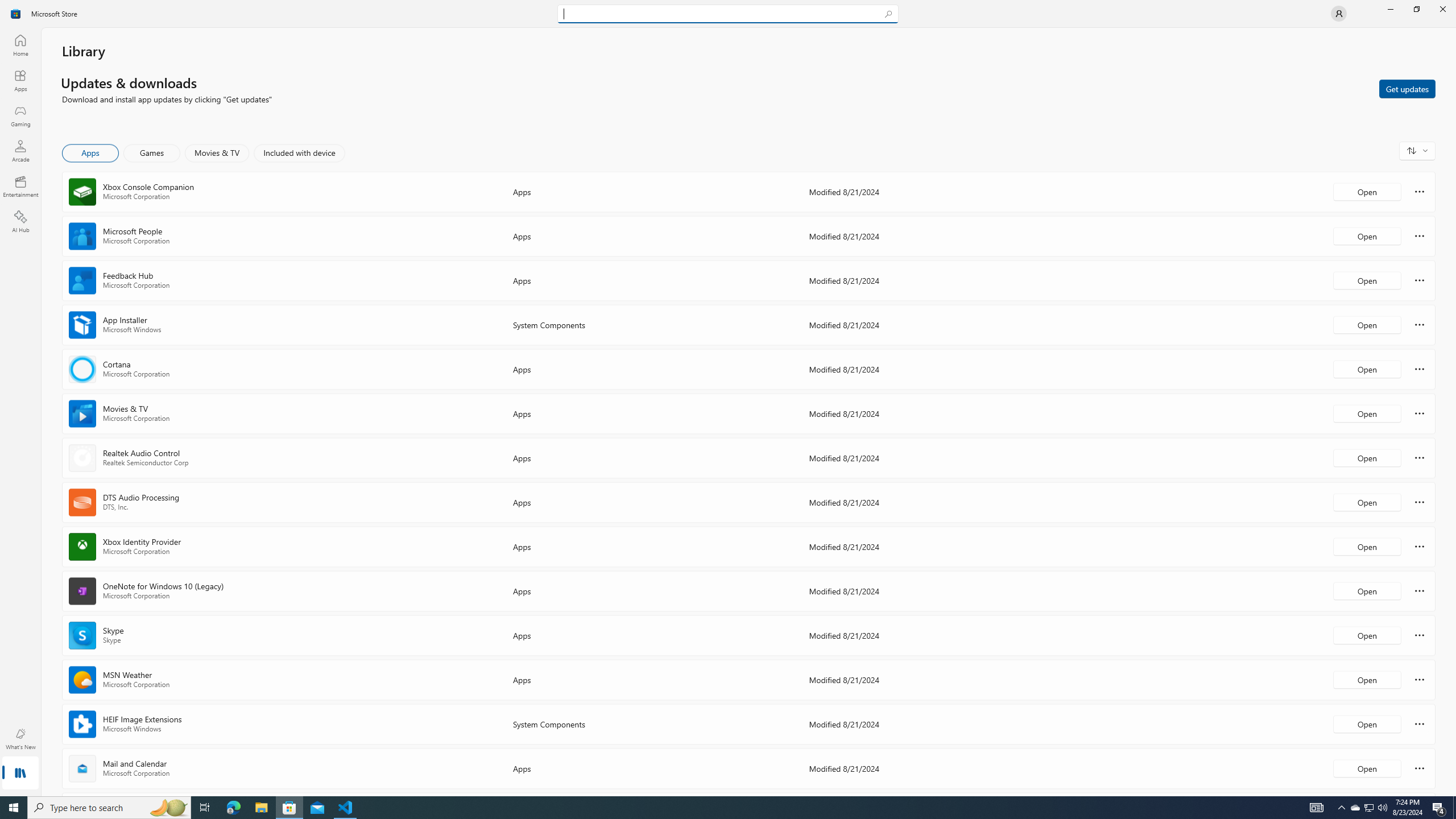  Describe the element at coordinates (1389, 9) in the screenshot. I see `'Minimize Microsoft Store'` at that location.